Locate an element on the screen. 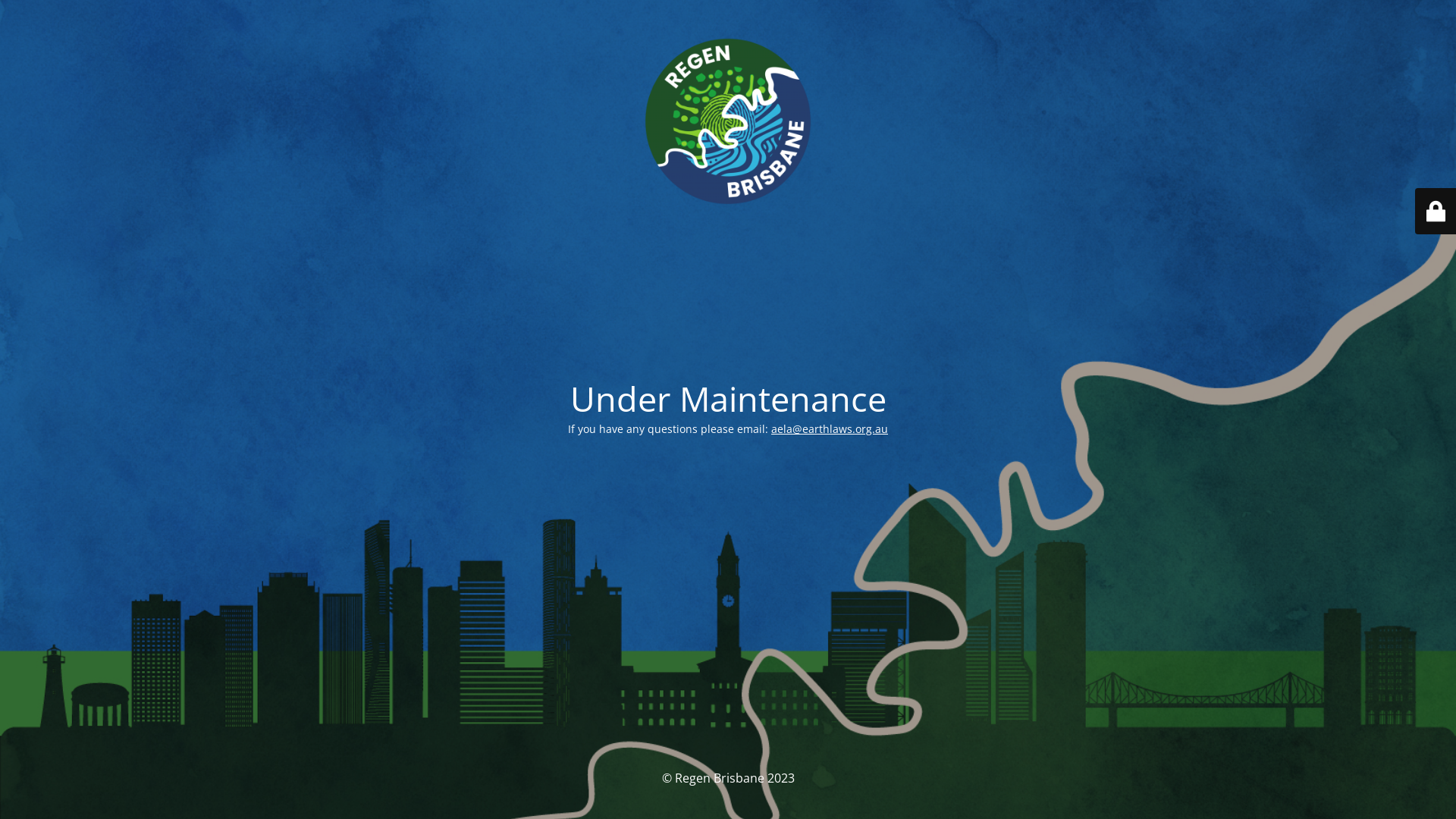 The height and width of the screenshot is (819, 1456). 'aela@earthlaws.org.au' is located at coordinates (829, 428).